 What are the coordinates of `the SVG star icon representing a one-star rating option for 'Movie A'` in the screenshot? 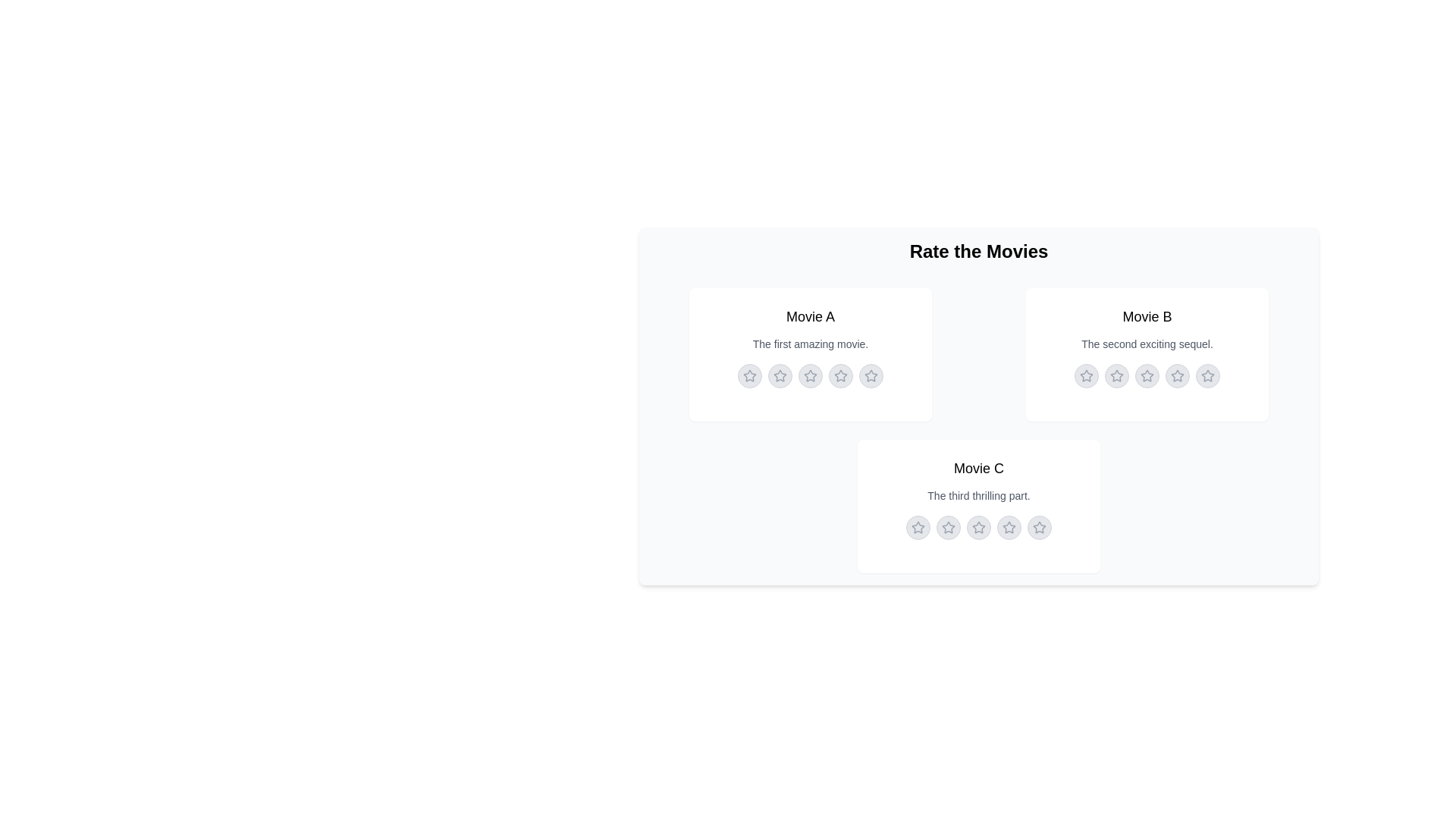 It's located at (780, 375).